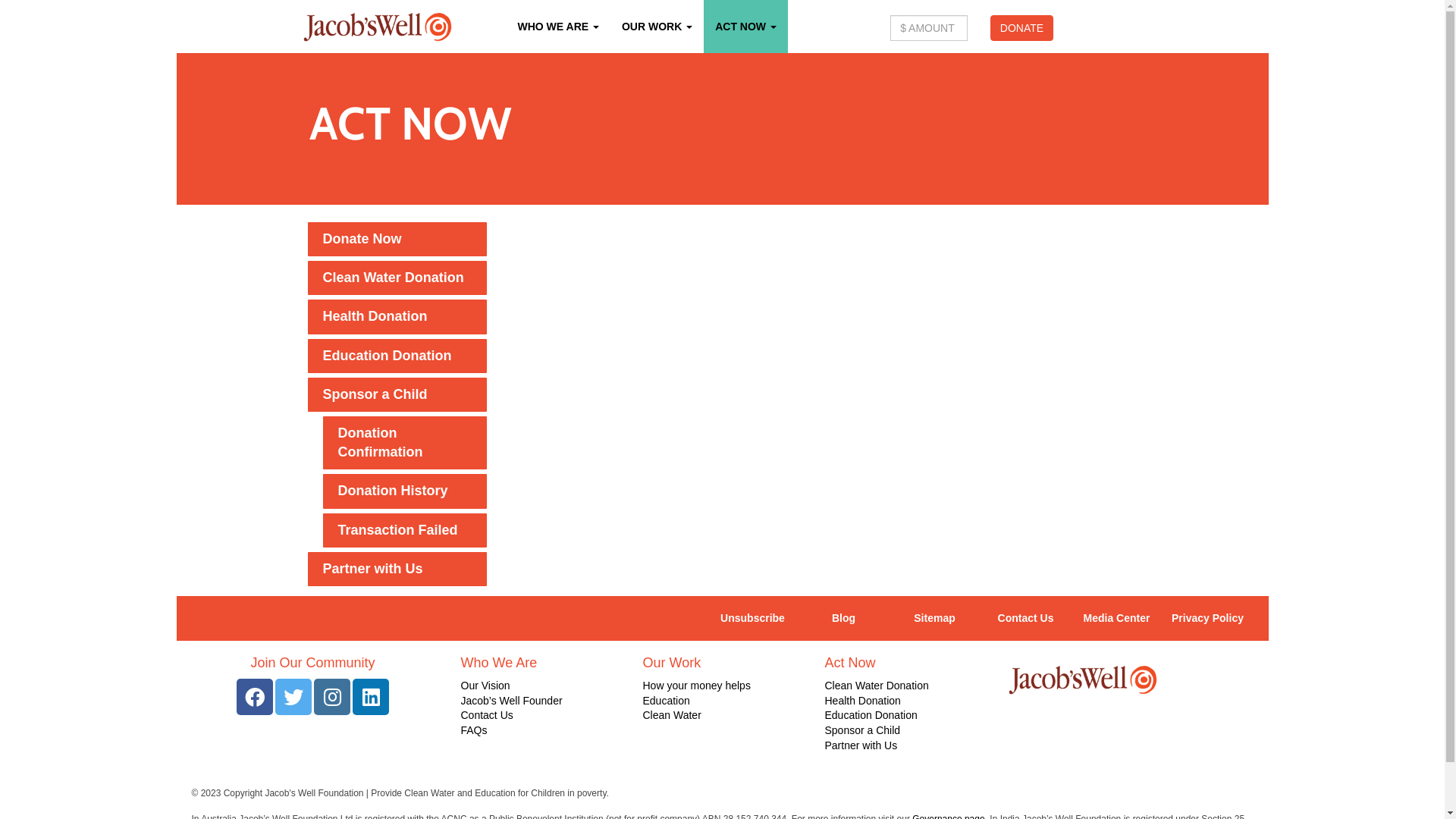 The height and width of the screenshot is (819, 1456). Describe the element at coordinates (1160, 619) in the screenshot. I see `'Privacy Policy'` at that location.